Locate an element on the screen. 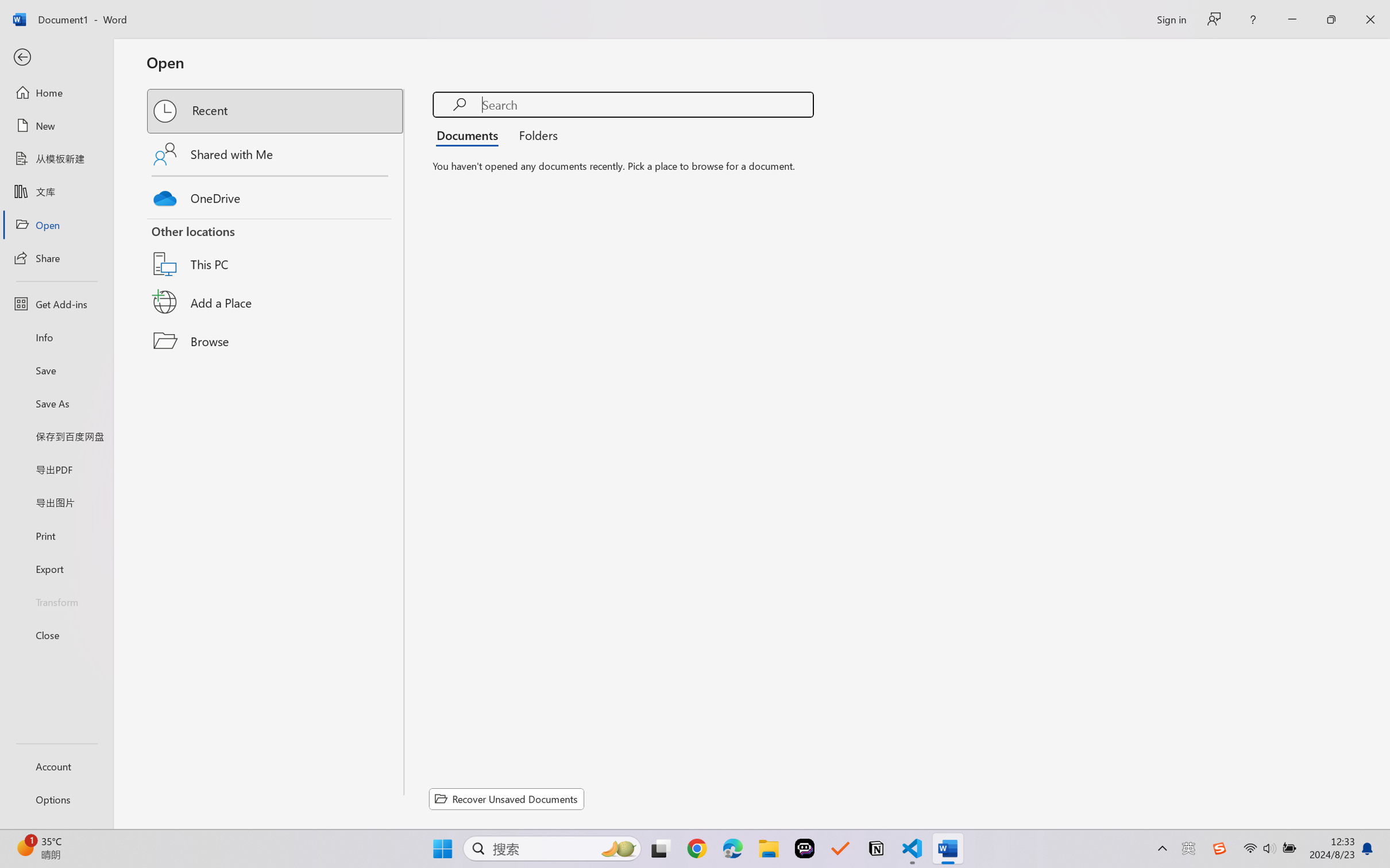 The width and height of the screenshot is (1390, 868). 'Folders' is located at coordinates (535, 134).